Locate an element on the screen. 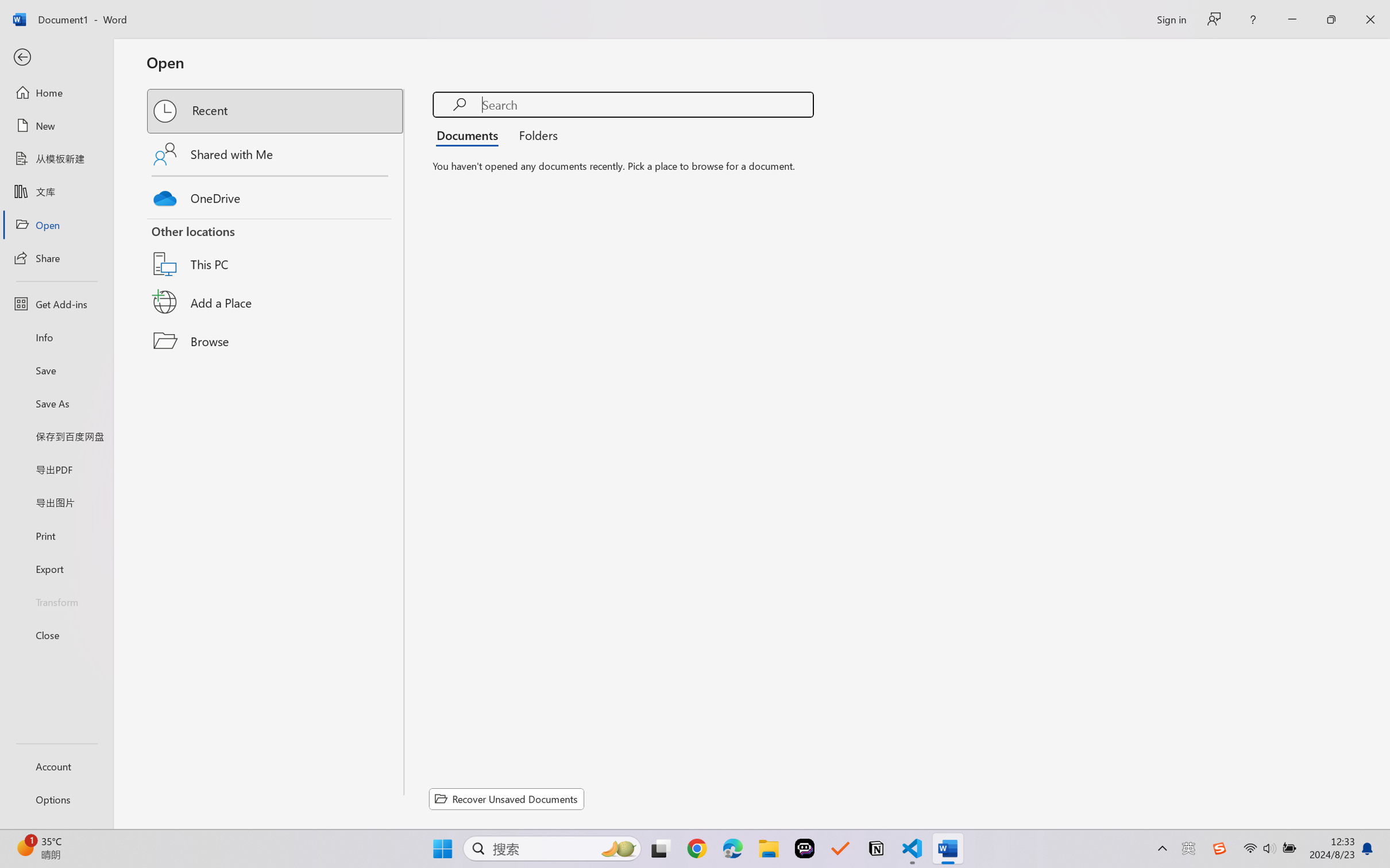 The width and height of the screenshot is (1390, 868). 'Folders' is located at coordinates (535, 134).